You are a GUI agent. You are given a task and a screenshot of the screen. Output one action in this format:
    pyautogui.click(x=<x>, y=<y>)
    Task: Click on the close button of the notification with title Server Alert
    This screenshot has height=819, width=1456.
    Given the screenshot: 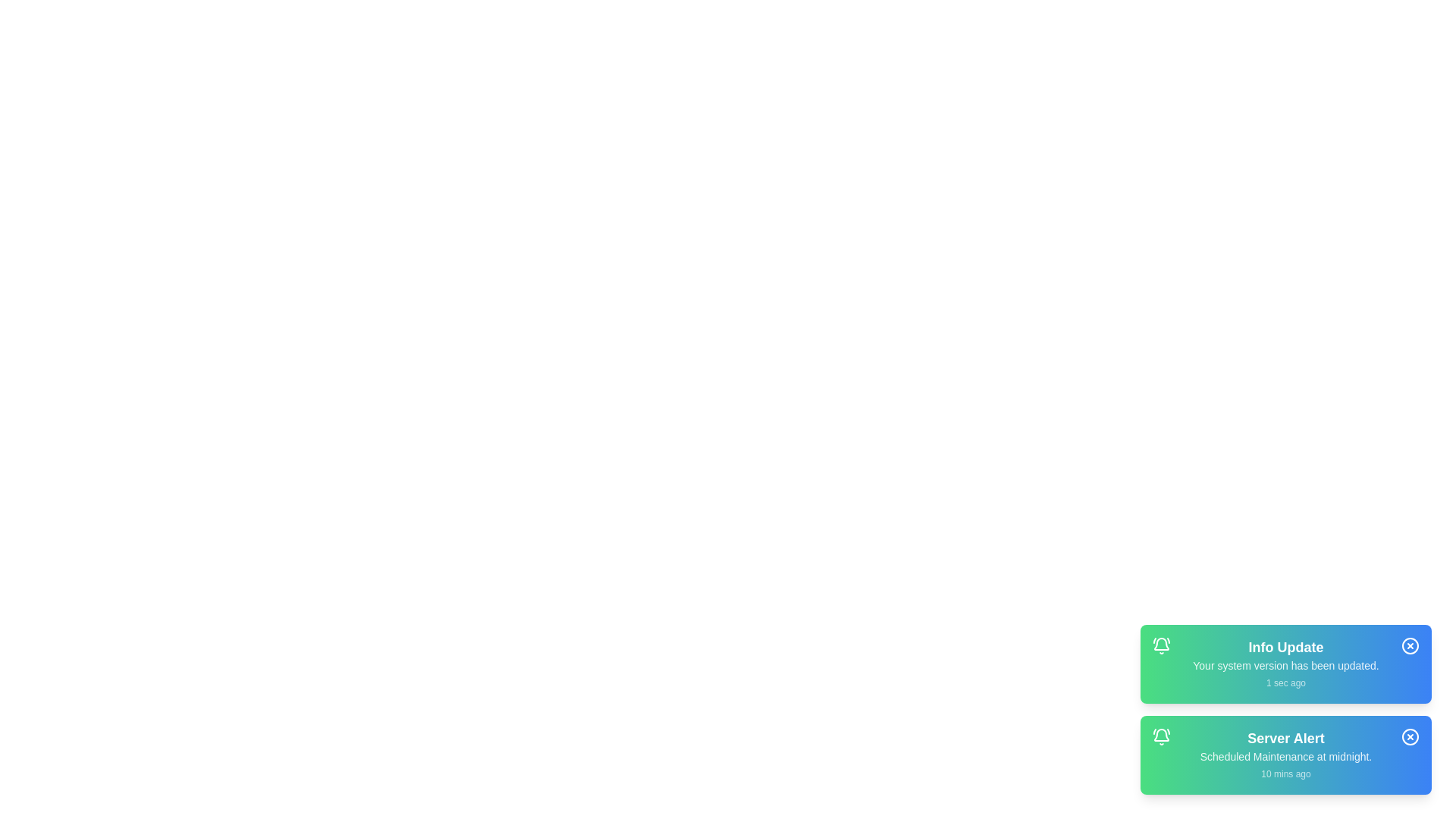 What is the action you would take?
    pyautogui.click(x=1410, y=736)
    